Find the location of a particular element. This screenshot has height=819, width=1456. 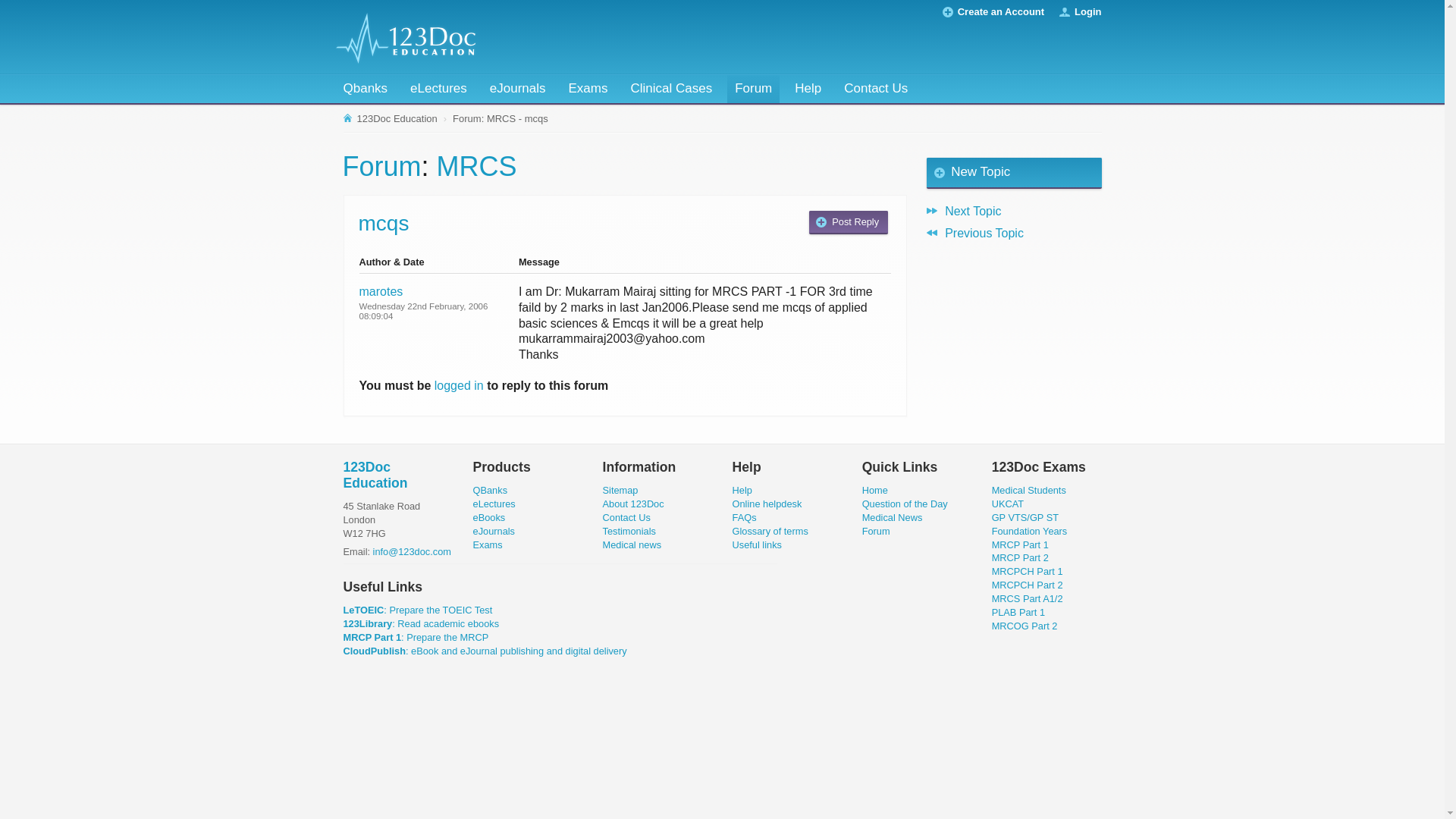

'MRCP Part 1' is located at coordinates (1020, 544).